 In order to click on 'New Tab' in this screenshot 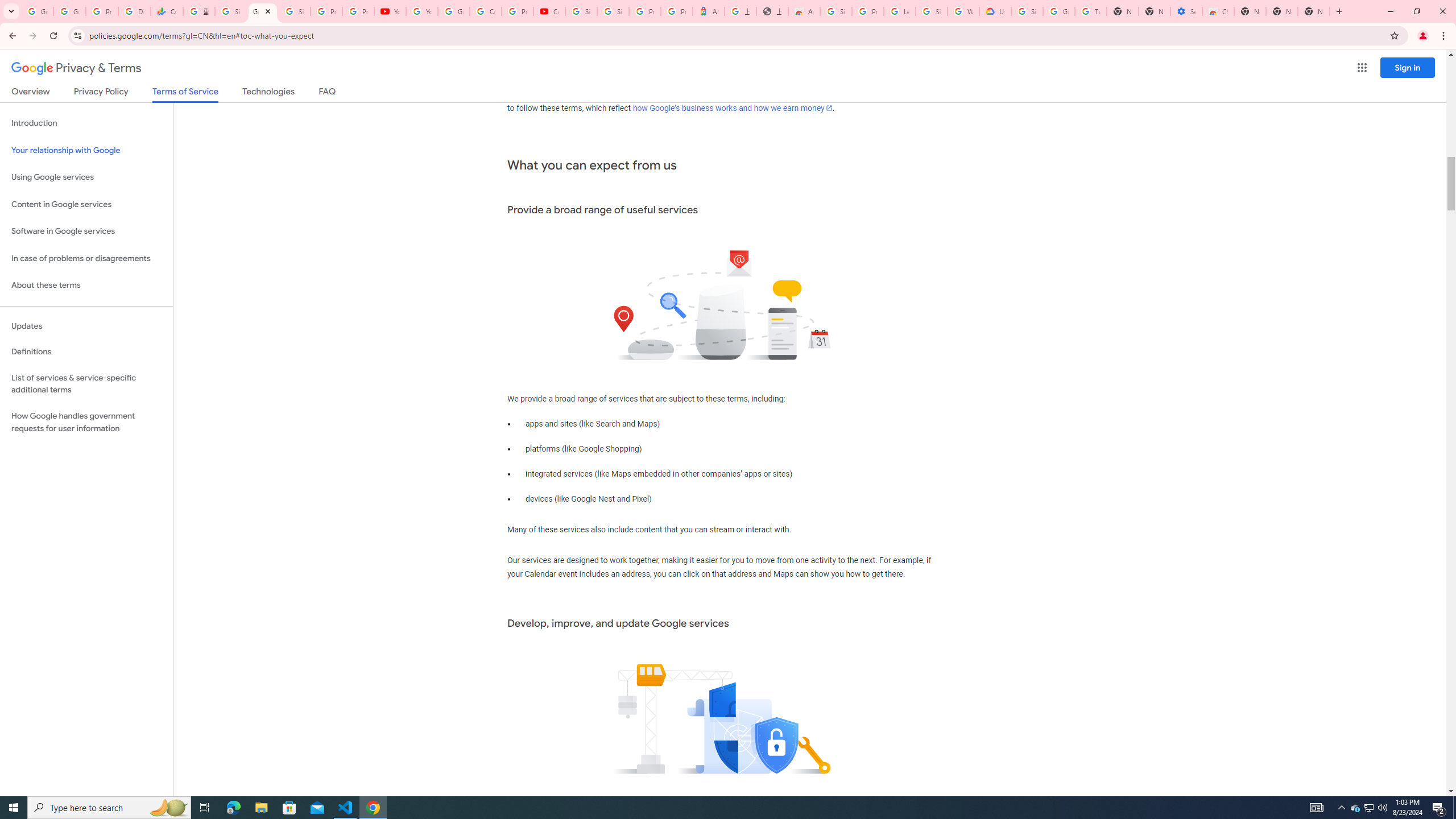, I will do `click(1250, 11)`.